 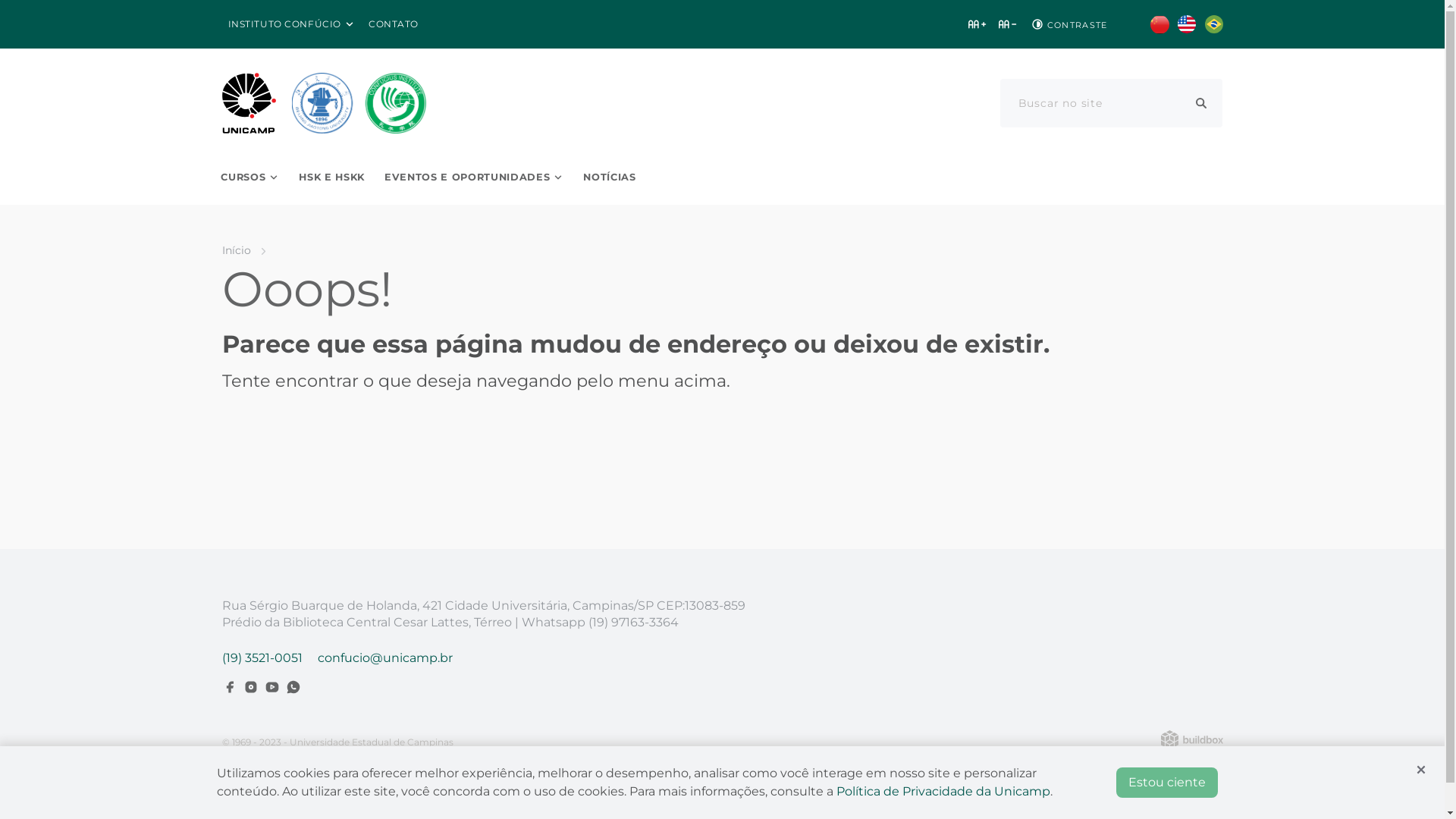 What do you see at coordinates (1200, 102) in the screenshot?
I see `'Buscar'` at bounding box center [1200, 102].